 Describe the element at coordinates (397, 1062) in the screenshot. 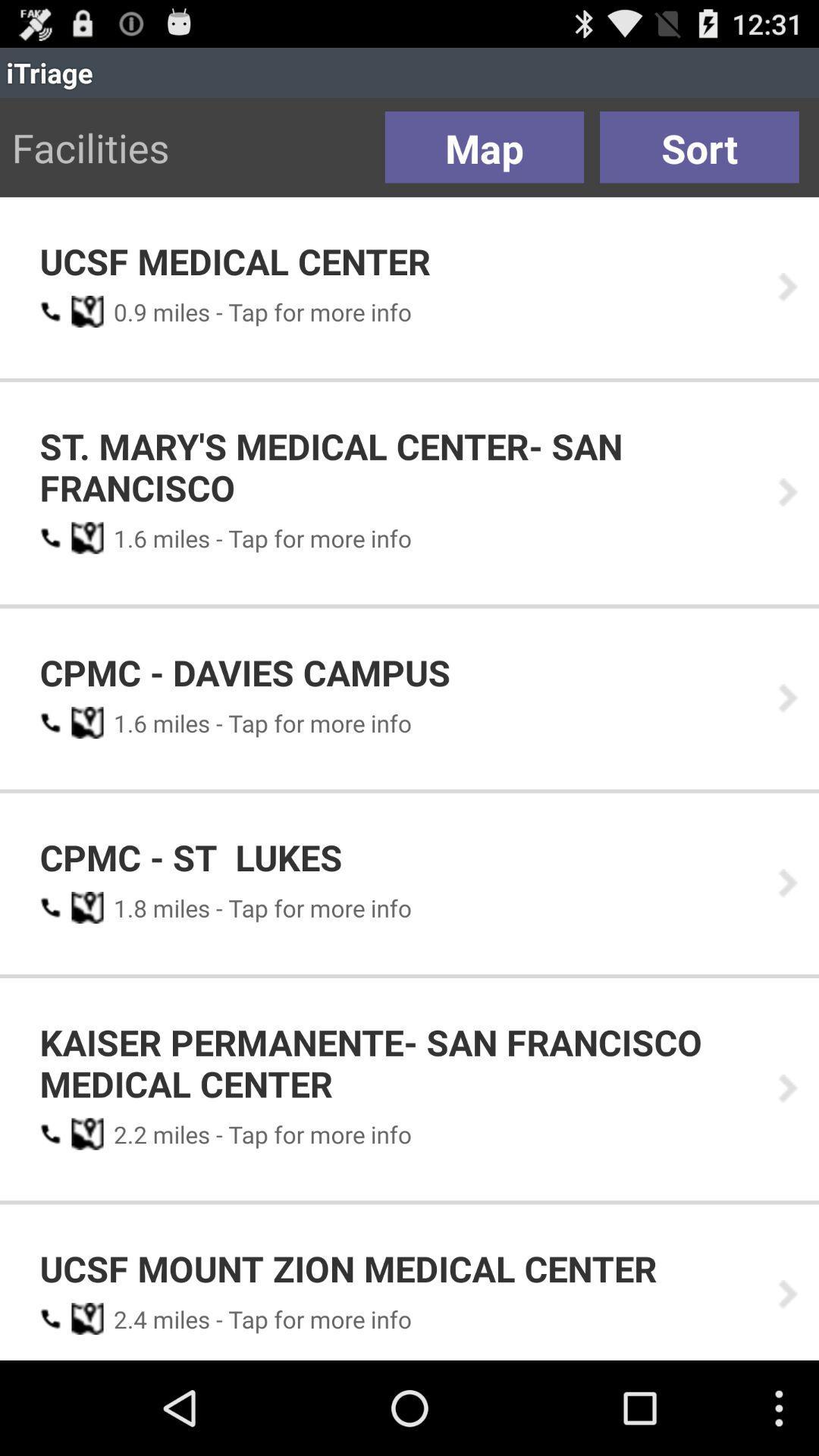

I see `the kaiser permanente san icon` at that location.